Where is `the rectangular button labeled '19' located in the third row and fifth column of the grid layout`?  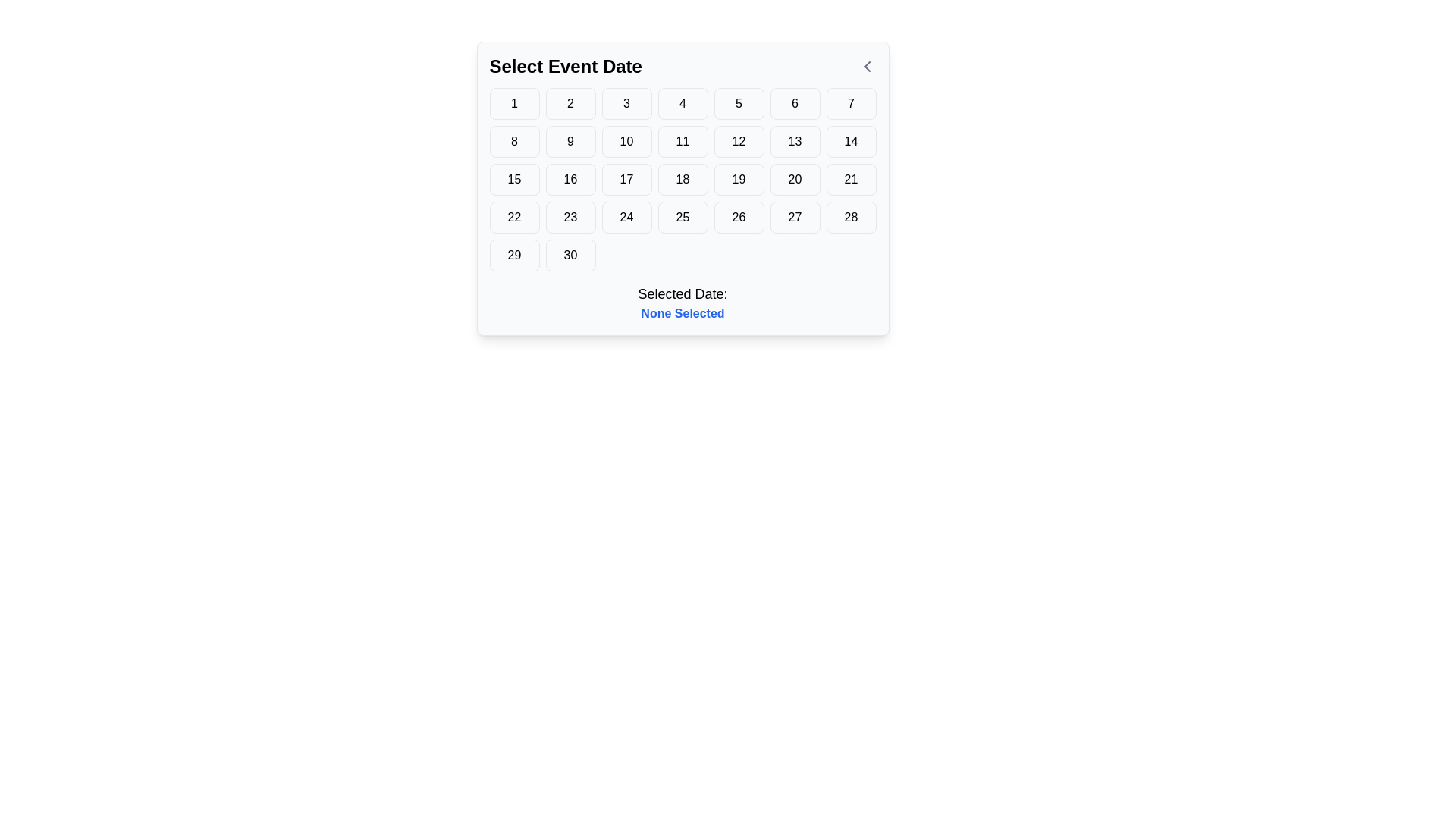
the rectangular button labeled '19' located in the third row and fifth column of the grid layout is located at coordinates (739, 178).